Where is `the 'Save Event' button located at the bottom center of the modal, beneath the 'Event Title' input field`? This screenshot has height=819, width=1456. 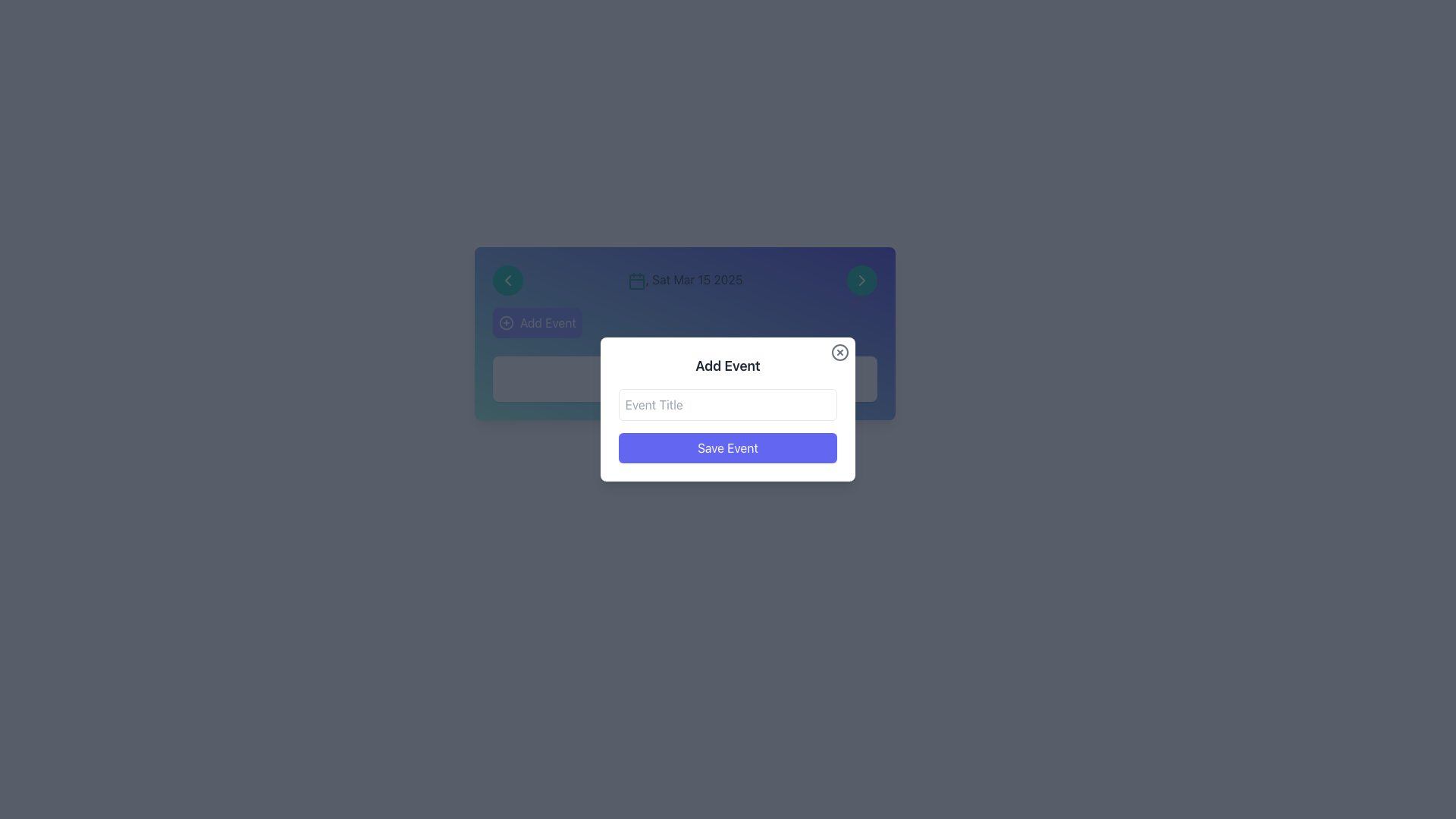 the 'Save Event' button located at the bottom center of the modal, beneath the 'Event Title' input field is located at coordinates (728, 447).